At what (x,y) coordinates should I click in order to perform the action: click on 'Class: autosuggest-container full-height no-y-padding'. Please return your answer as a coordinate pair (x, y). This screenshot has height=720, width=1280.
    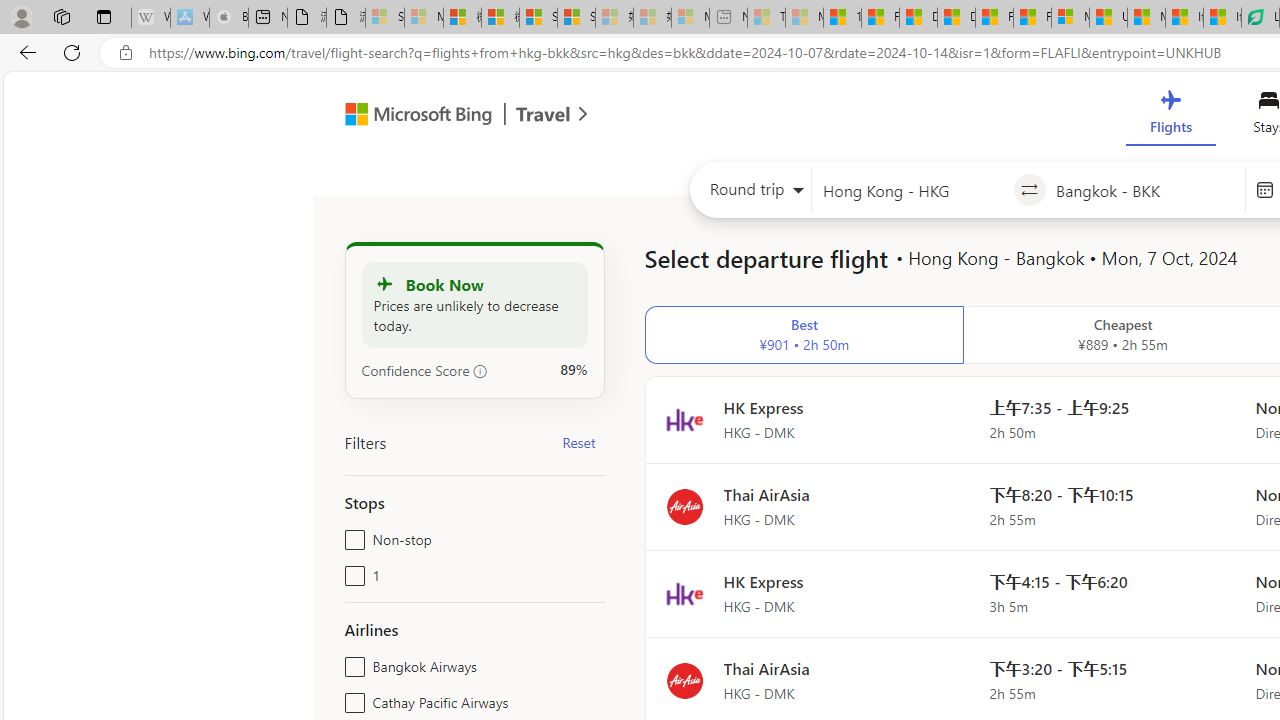
    Looking at the image, I should click on (1145, 190).